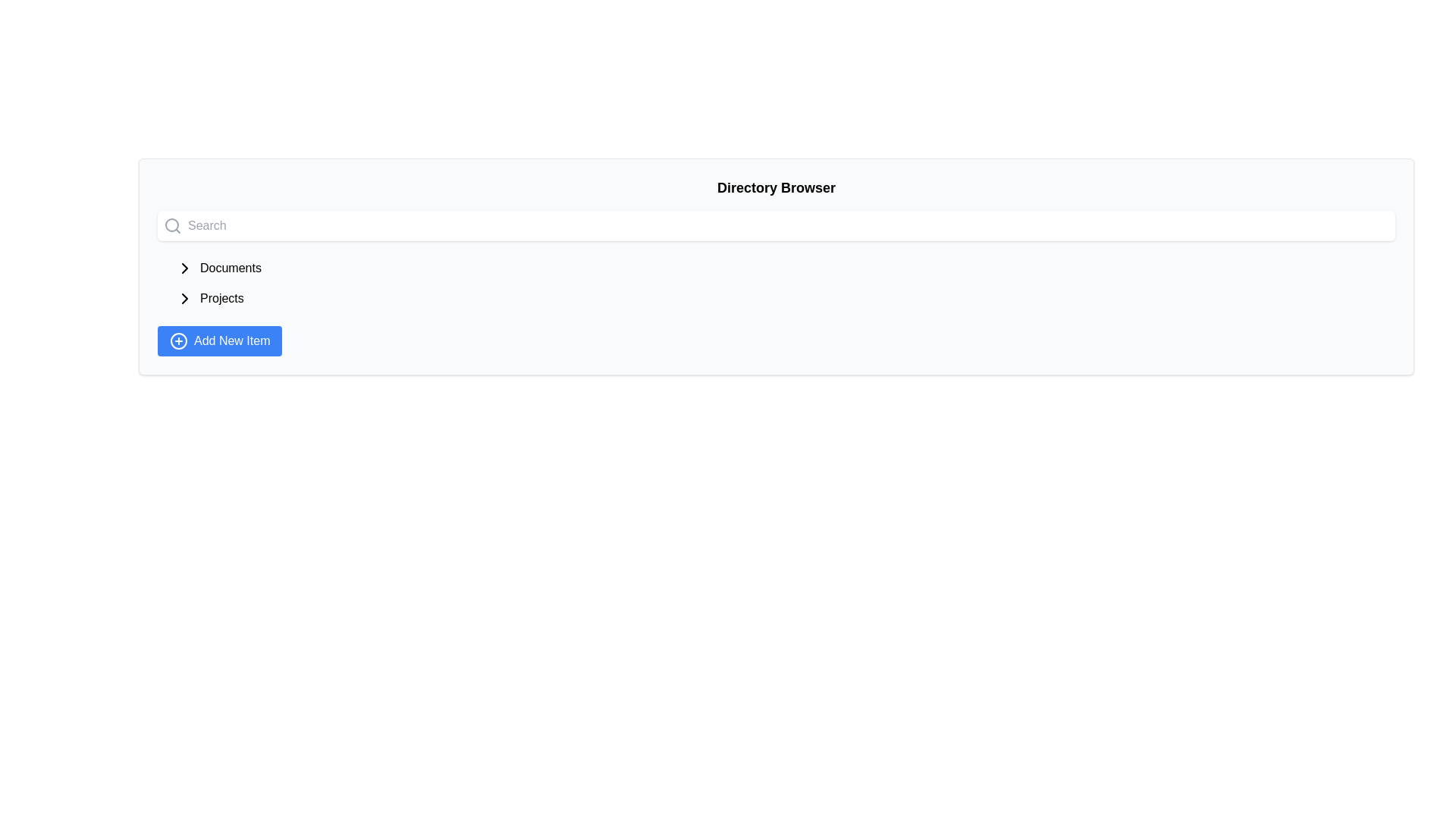  I want to click on the SVG circle element that resembles a magnifying glass lens, located in the top-left corner of the main content area within the search bar, part of a larger search icon, so click(171, 225).